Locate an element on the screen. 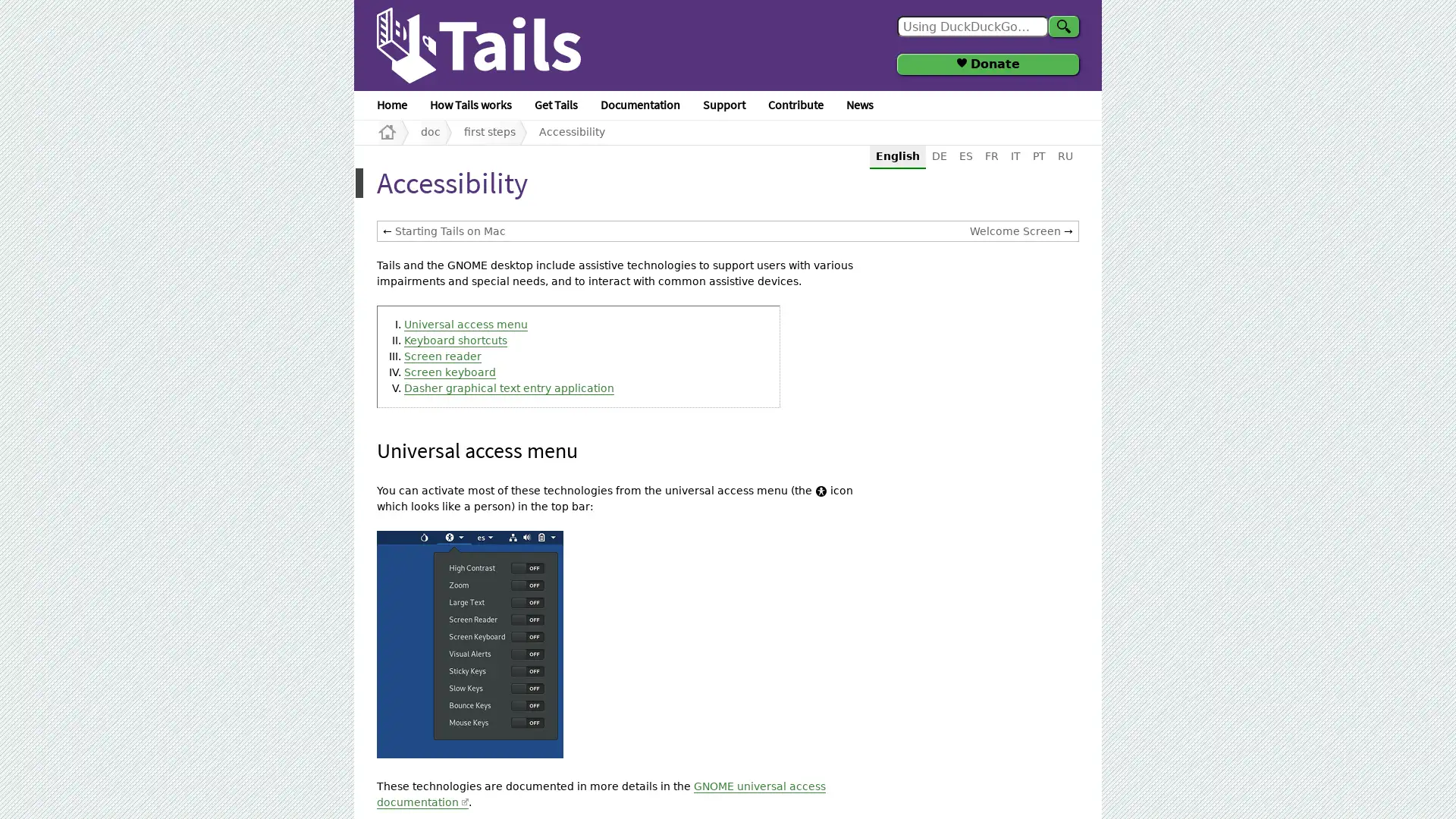 Image resolution: width=1456 pixels, height=819 pixels. Search is located at coordinates (1062, 26).